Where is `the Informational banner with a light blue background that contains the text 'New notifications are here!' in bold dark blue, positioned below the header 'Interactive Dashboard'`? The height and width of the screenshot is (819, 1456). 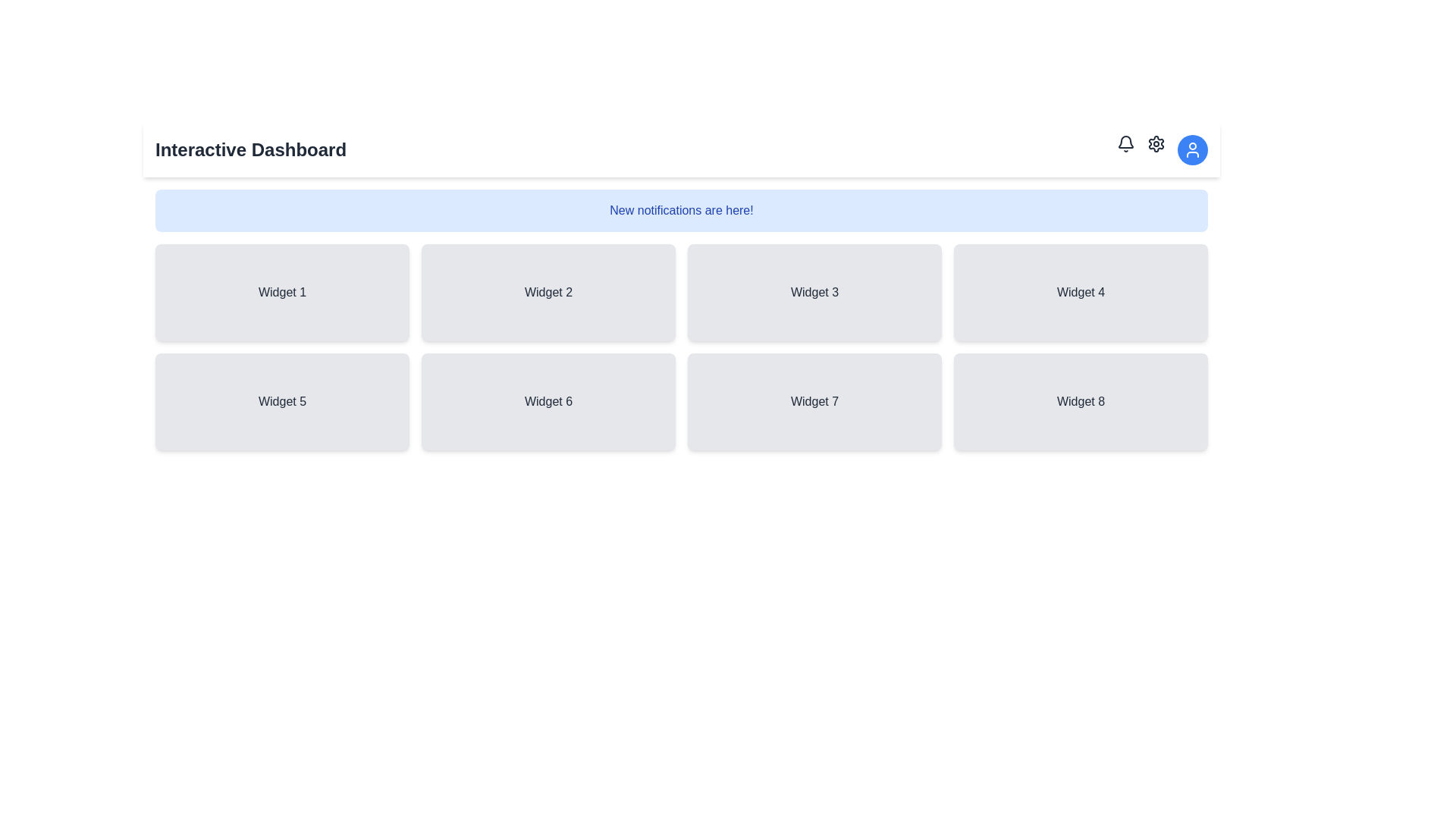
the Informational banner with a light blue background that contains the text 'New notifications are here!' in bold dark blue, positioned below the header 'Interactive Dashboard' is located at coordinates (680, 210).